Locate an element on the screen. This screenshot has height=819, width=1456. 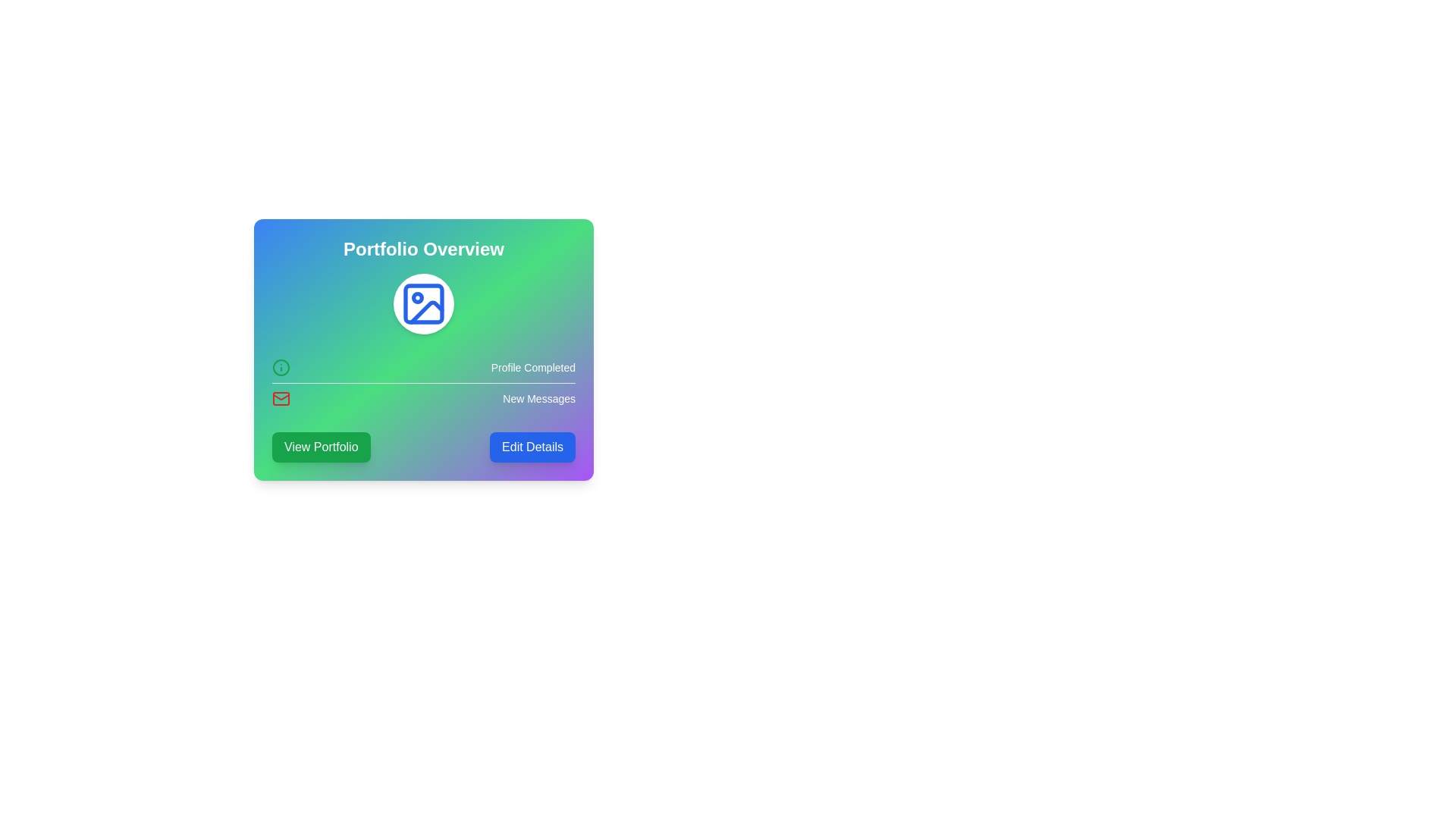
the text label displaying 'Profile Completed', which is styled with white text and positioned in a colorful interface, aligned to the right of a horizontal layout is located at coordinates (533, 368).